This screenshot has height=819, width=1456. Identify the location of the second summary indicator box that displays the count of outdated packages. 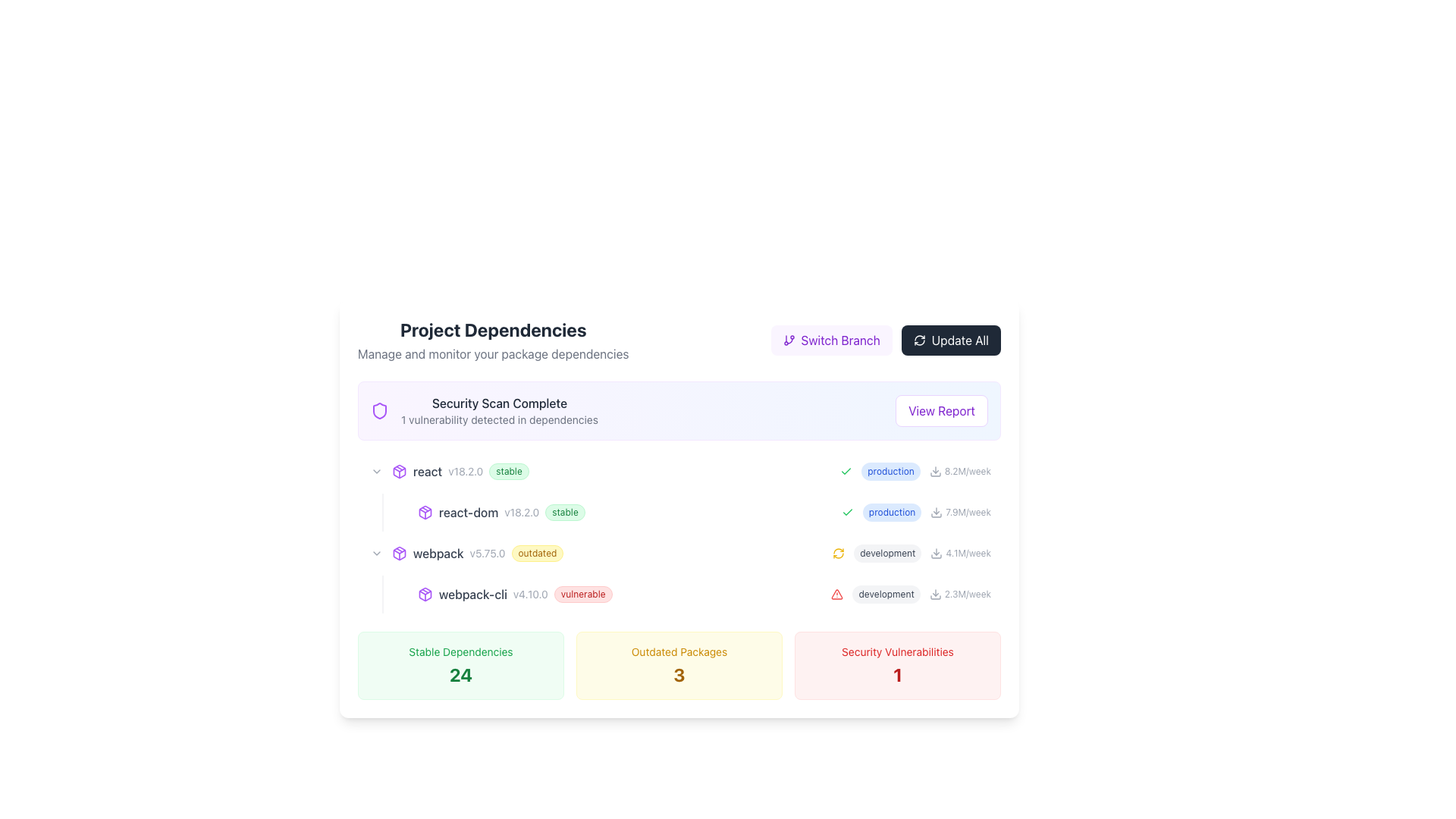
(679, 665).